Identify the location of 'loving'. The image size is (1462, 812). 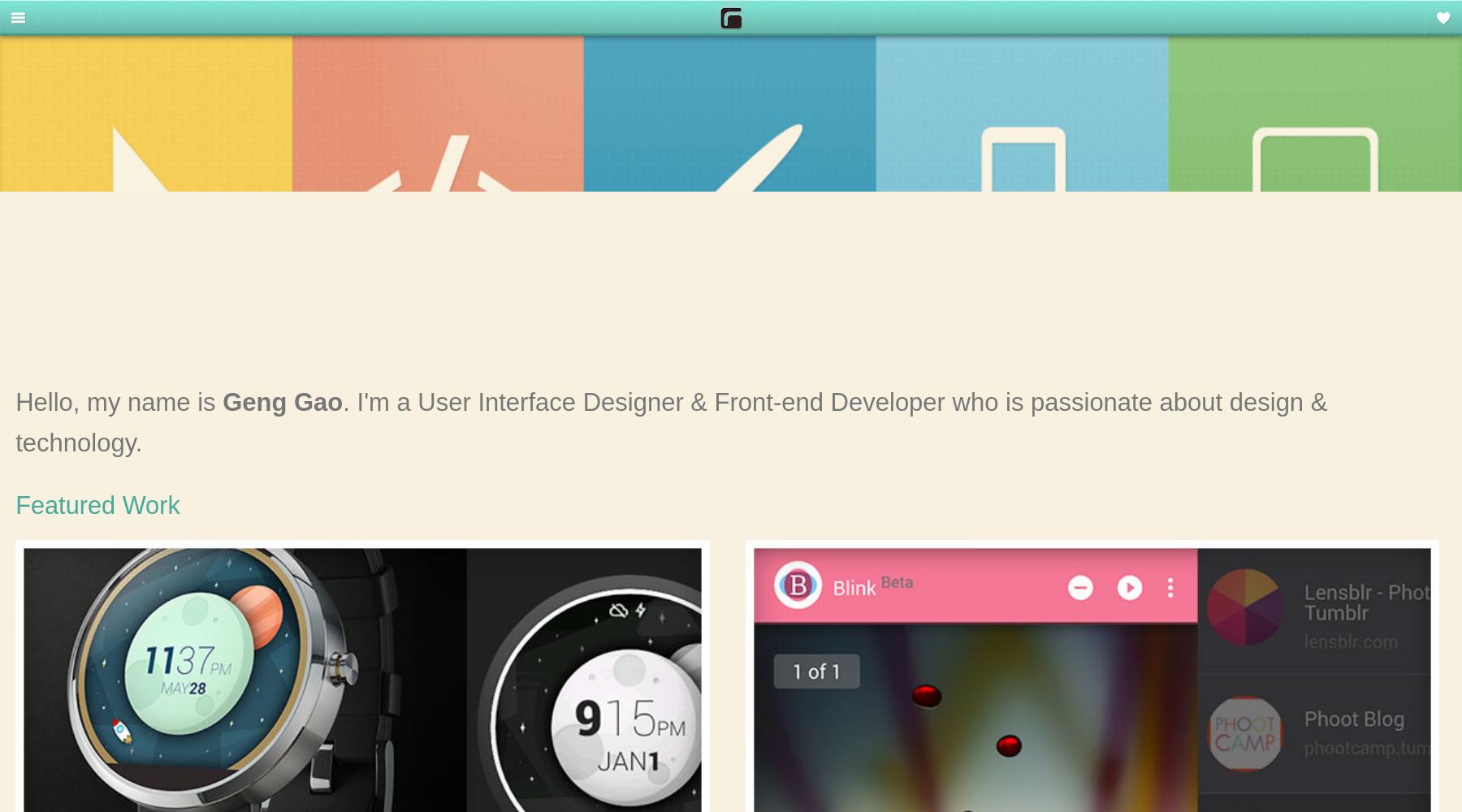
(1409, 25).